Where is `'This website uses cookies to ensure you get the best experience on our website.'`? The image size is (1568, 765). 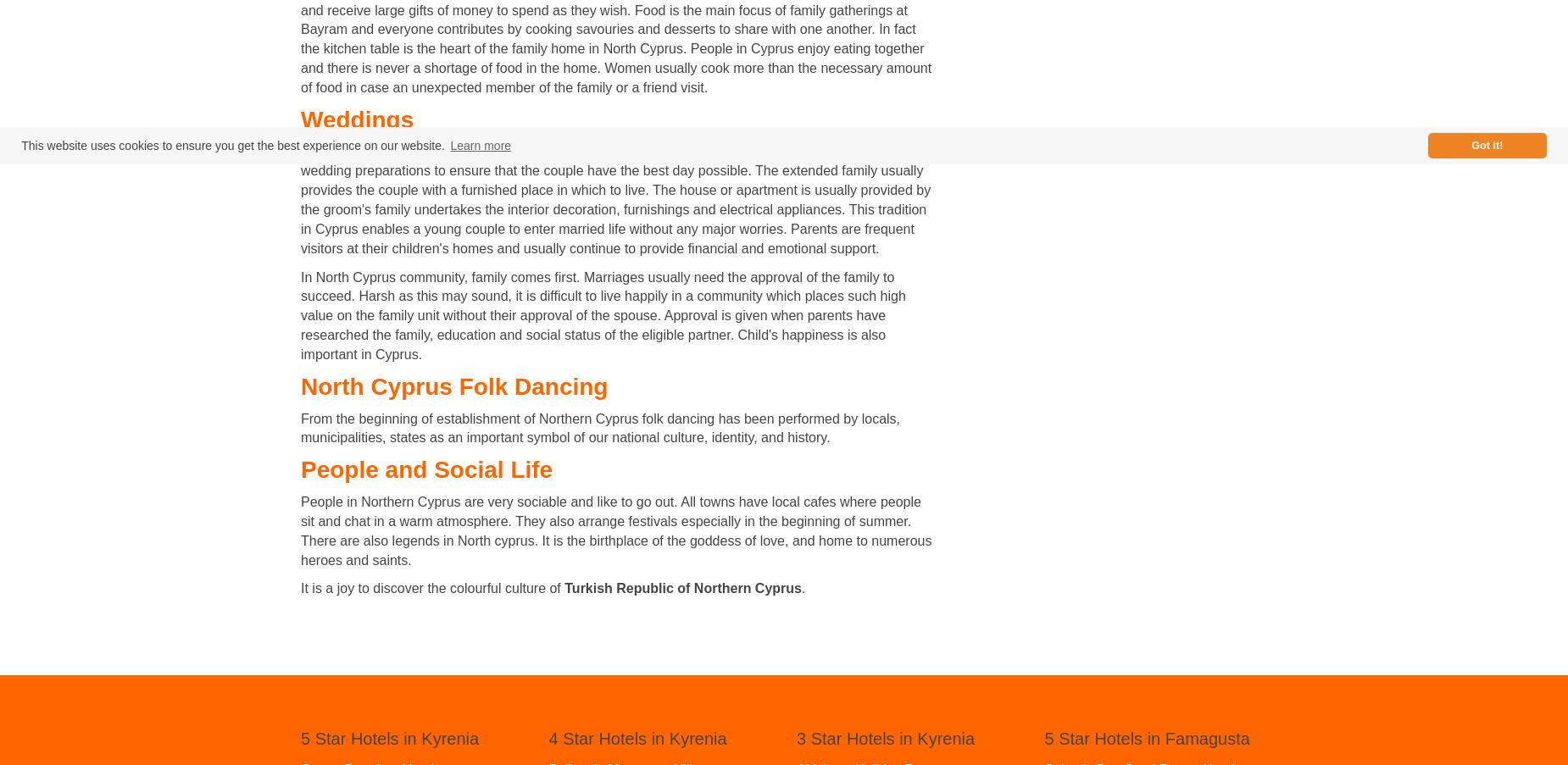 'This website uses cookies to ensure you get the best experience on our website.' is located at coordinates (19, 145).